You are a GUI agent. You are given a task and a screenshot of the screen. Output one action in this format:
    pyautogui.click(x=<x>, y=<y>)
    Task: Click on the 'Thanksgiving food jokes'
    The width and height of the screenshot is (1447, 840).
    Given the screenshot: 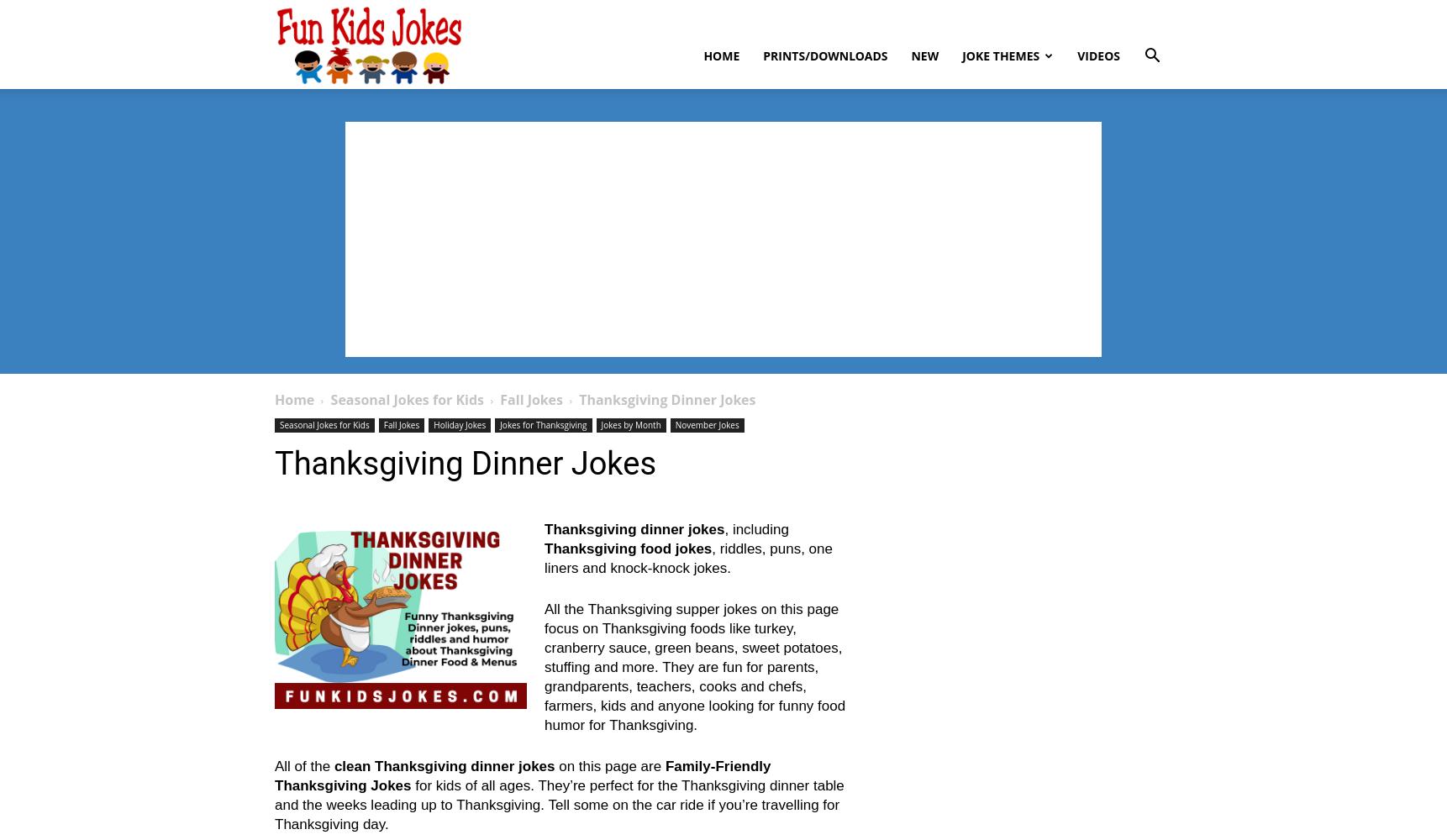 What is the action you would take?
    pyautogui.click(x=628, y=549)
    